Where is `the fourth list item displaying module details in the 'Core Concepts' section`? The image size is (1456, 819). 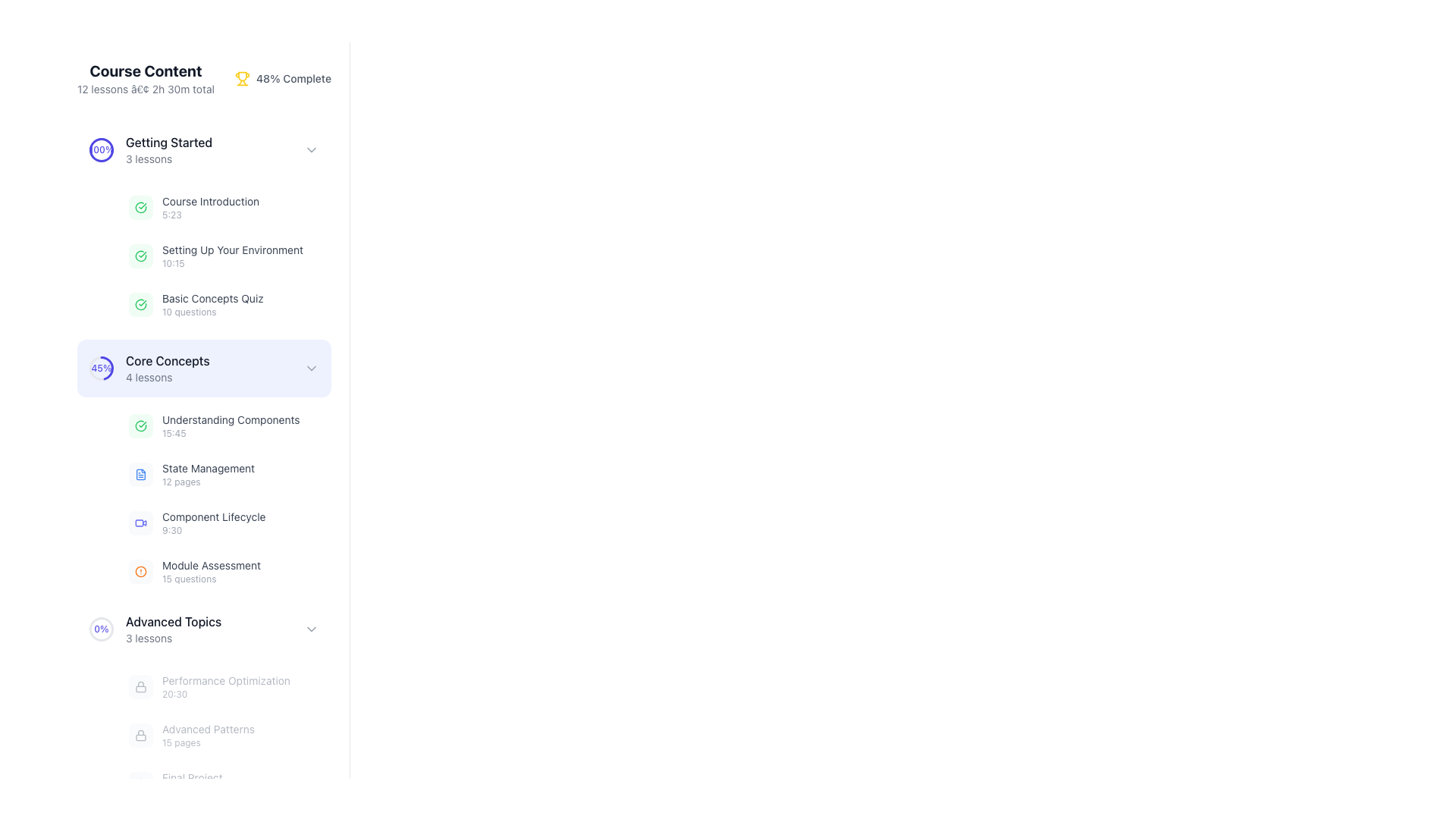
the fourth list item displaying module details in the 'Core Concepts' section is located at coordinates (193, 571).